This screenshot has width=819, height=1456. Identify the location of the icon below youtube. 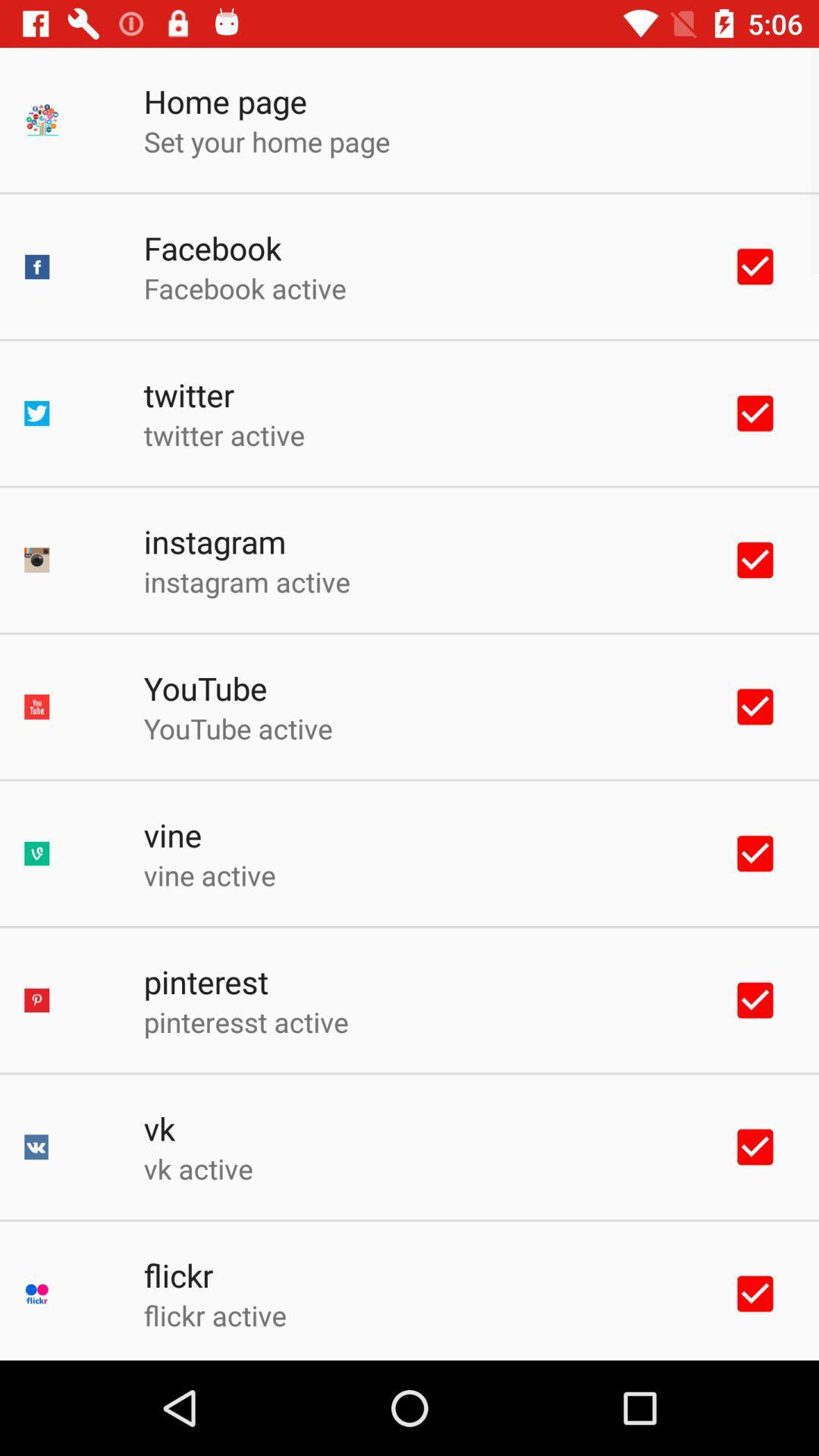
(238, 728).